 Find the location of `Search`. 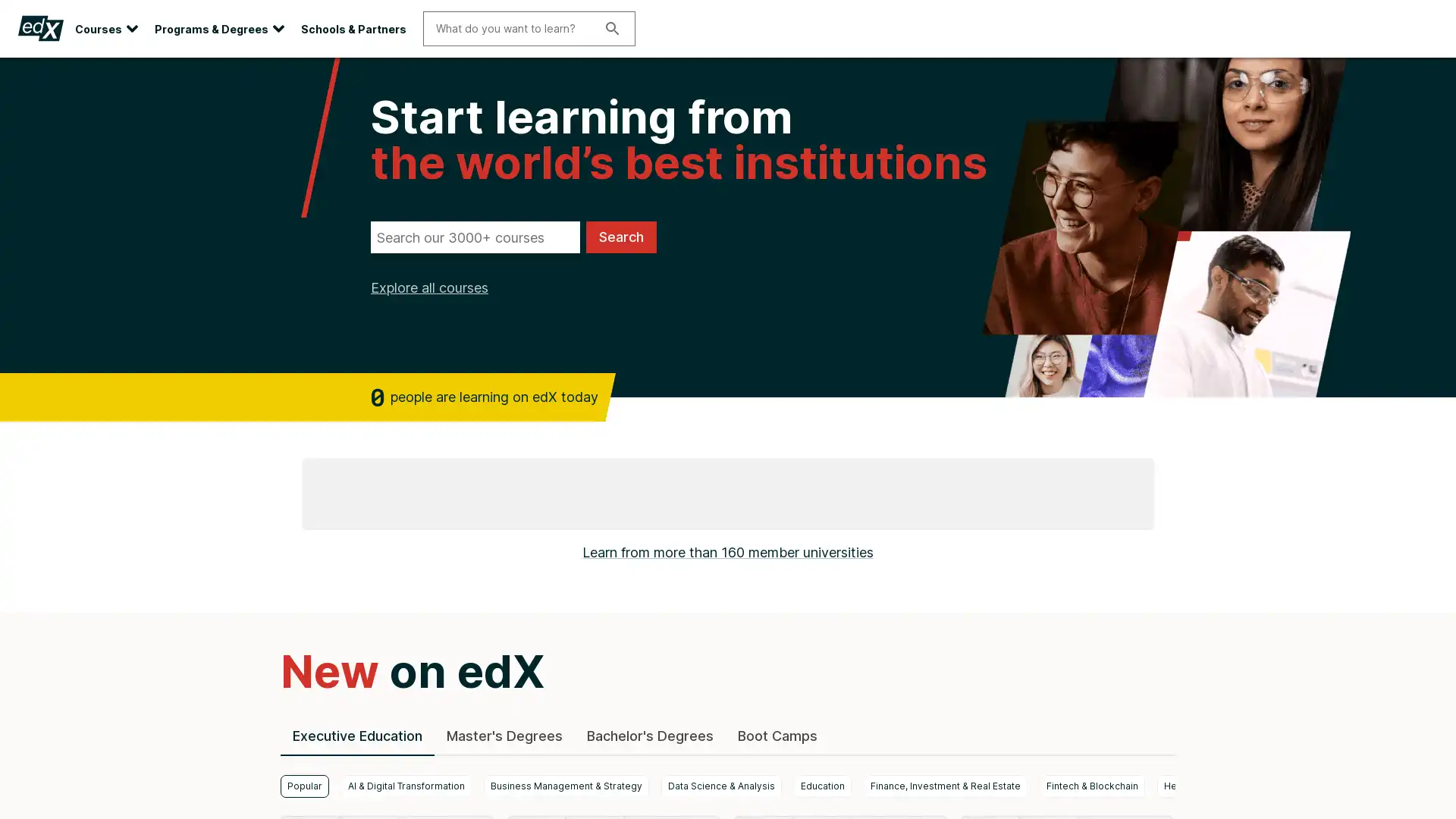

Search is located at coordinates (621, 262).